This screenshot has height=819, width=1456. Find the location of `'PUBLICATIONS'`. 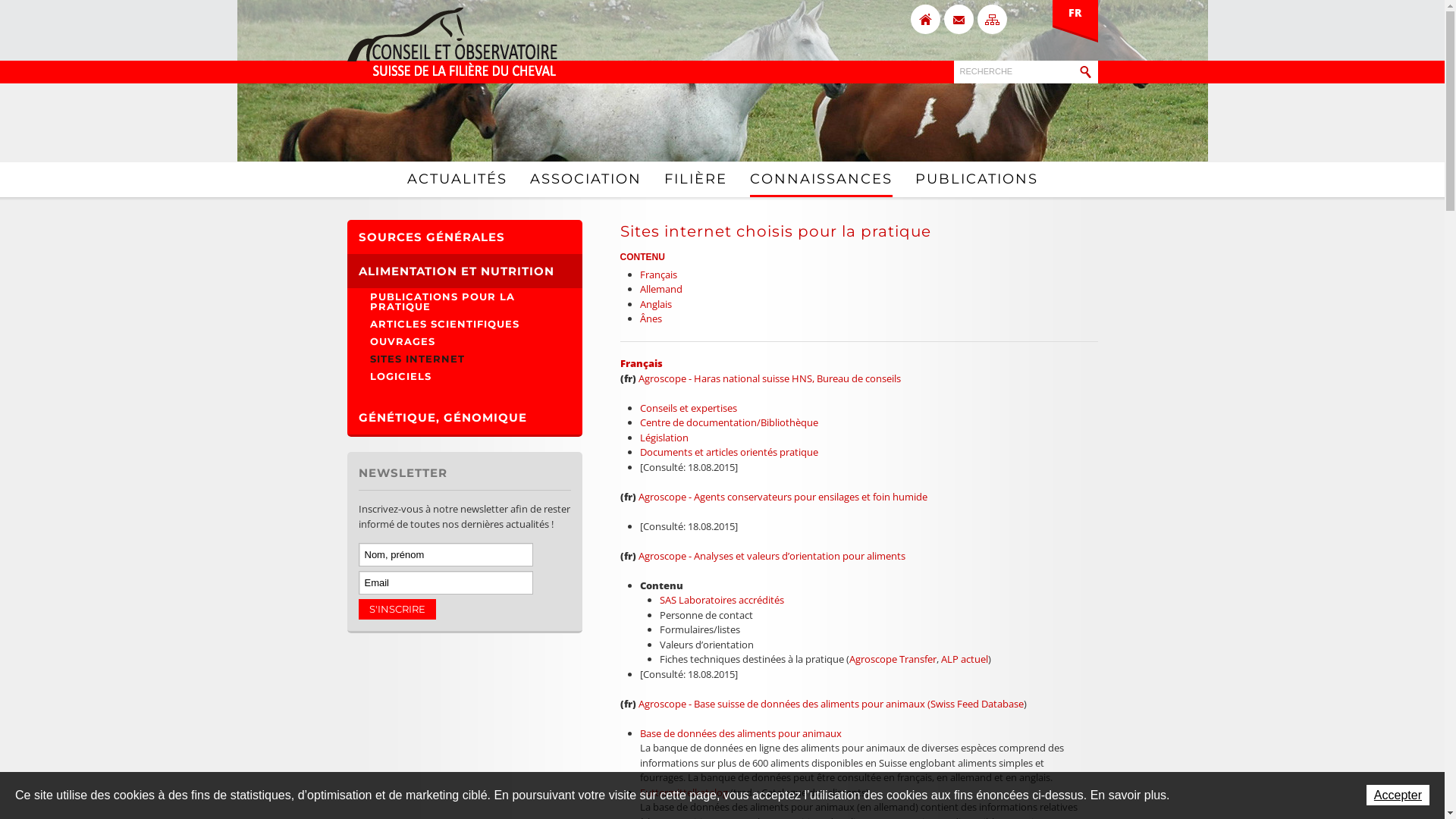

'PUBLICATIONS' is located at coordinates (975, 177).